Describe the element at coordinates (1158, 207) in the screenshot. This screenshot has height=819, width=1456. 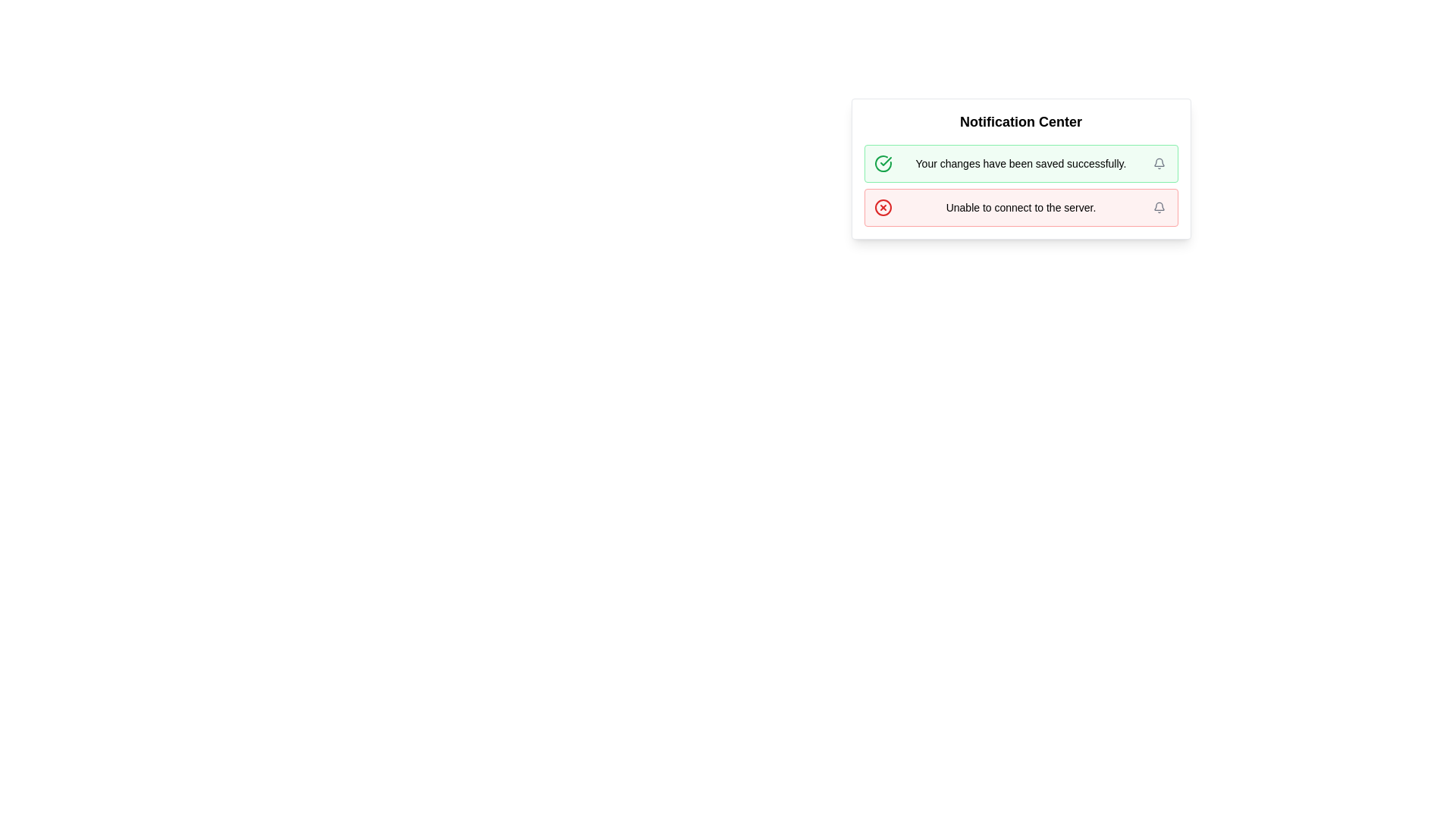
I see `the Icon button located on the rightmost side of the notification box that contains the message 'Unable to connect to the server'` at that location.